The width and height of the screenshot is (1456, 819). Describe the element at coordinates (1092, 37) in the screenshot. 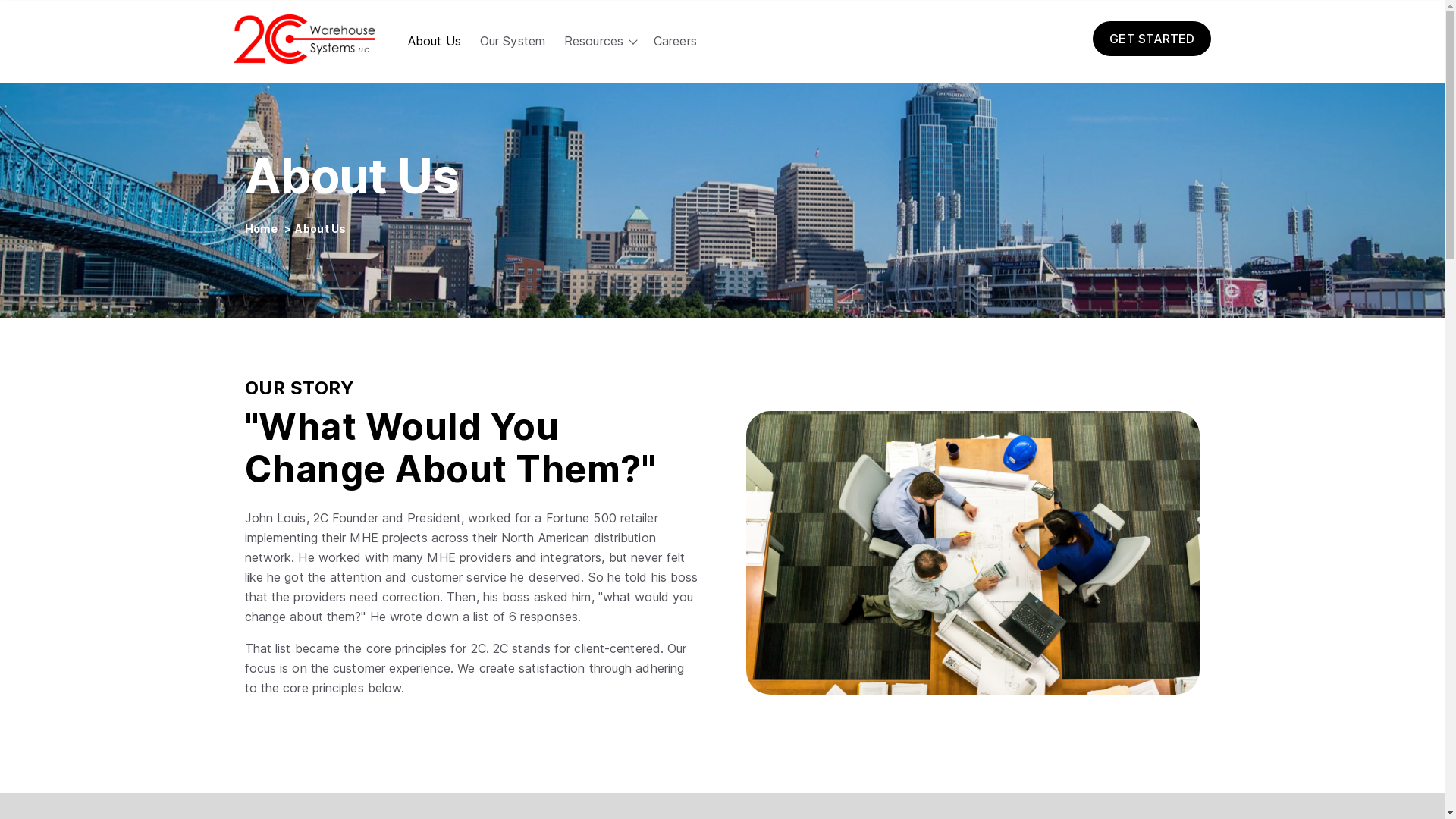

I see `'GET STARTED'` at that location.